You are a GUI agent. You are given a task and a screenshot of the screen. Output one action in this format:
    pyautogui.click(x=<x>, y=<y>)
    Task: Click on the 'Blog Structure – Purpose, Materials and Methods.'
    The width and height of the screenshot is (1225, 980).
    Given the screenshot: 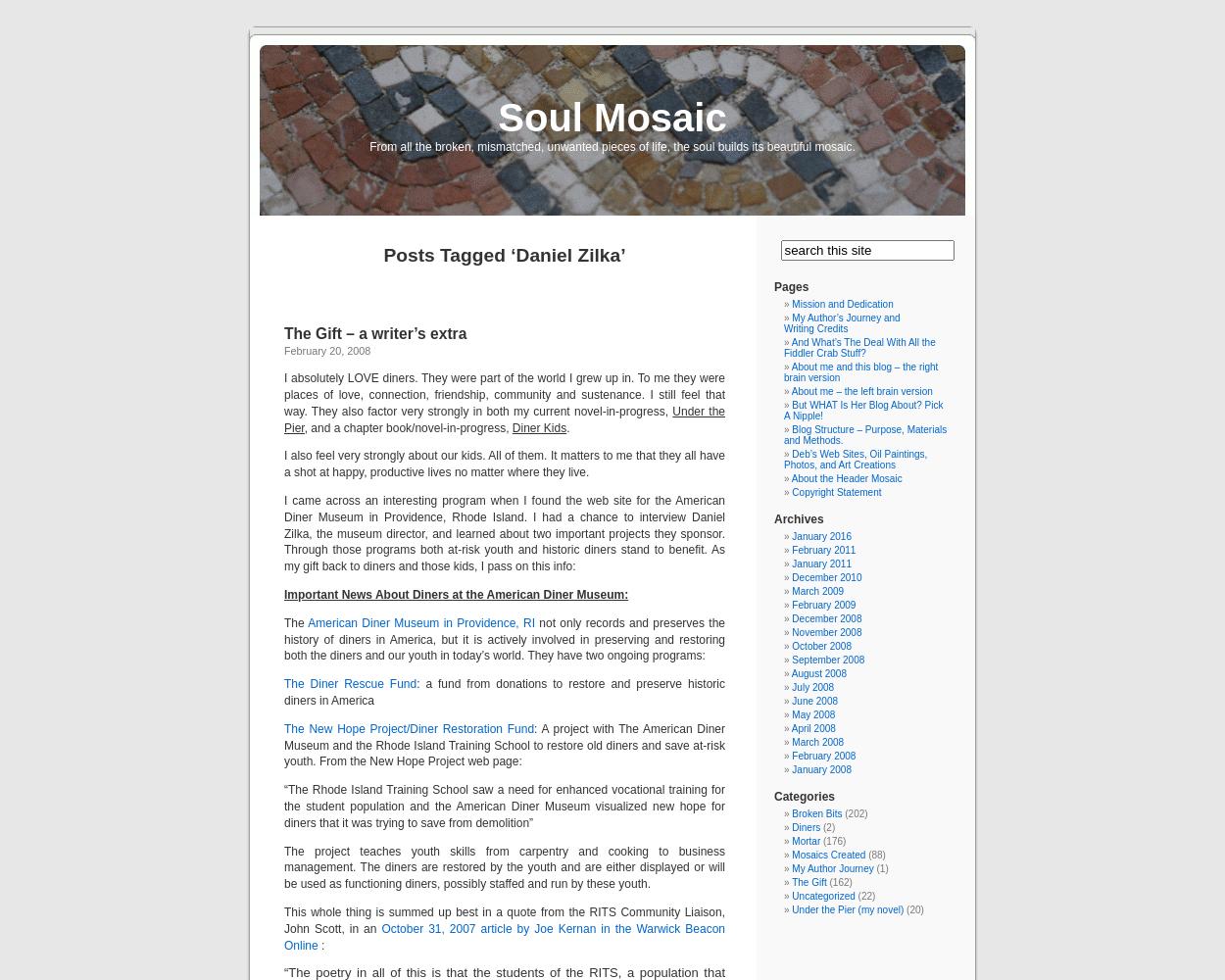 What is the action you would take?
    pyautogui.click(x=865, y=434)
    